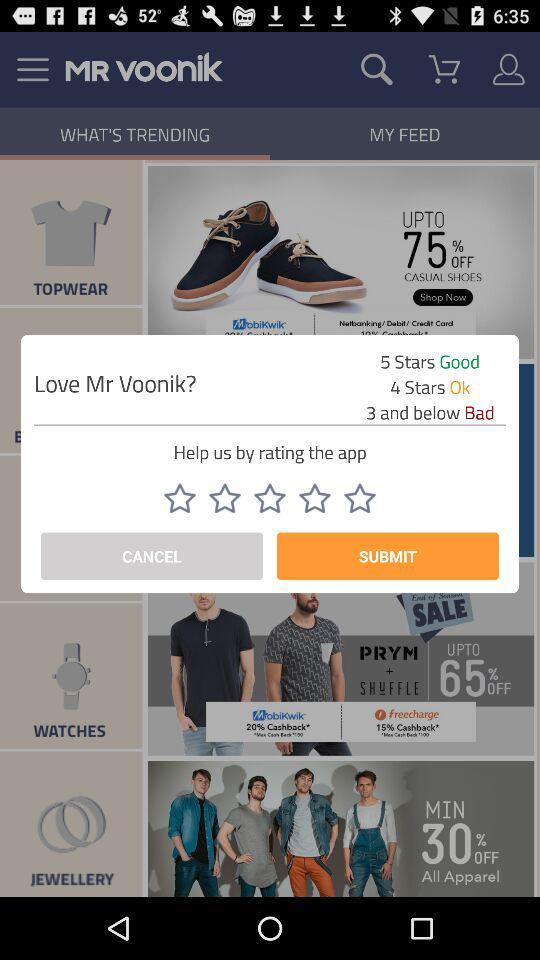  What do you see at coordinates (387, 556) in the screenshot?
I see `button to the right of the cancel button` at bounding box center [387, 556].